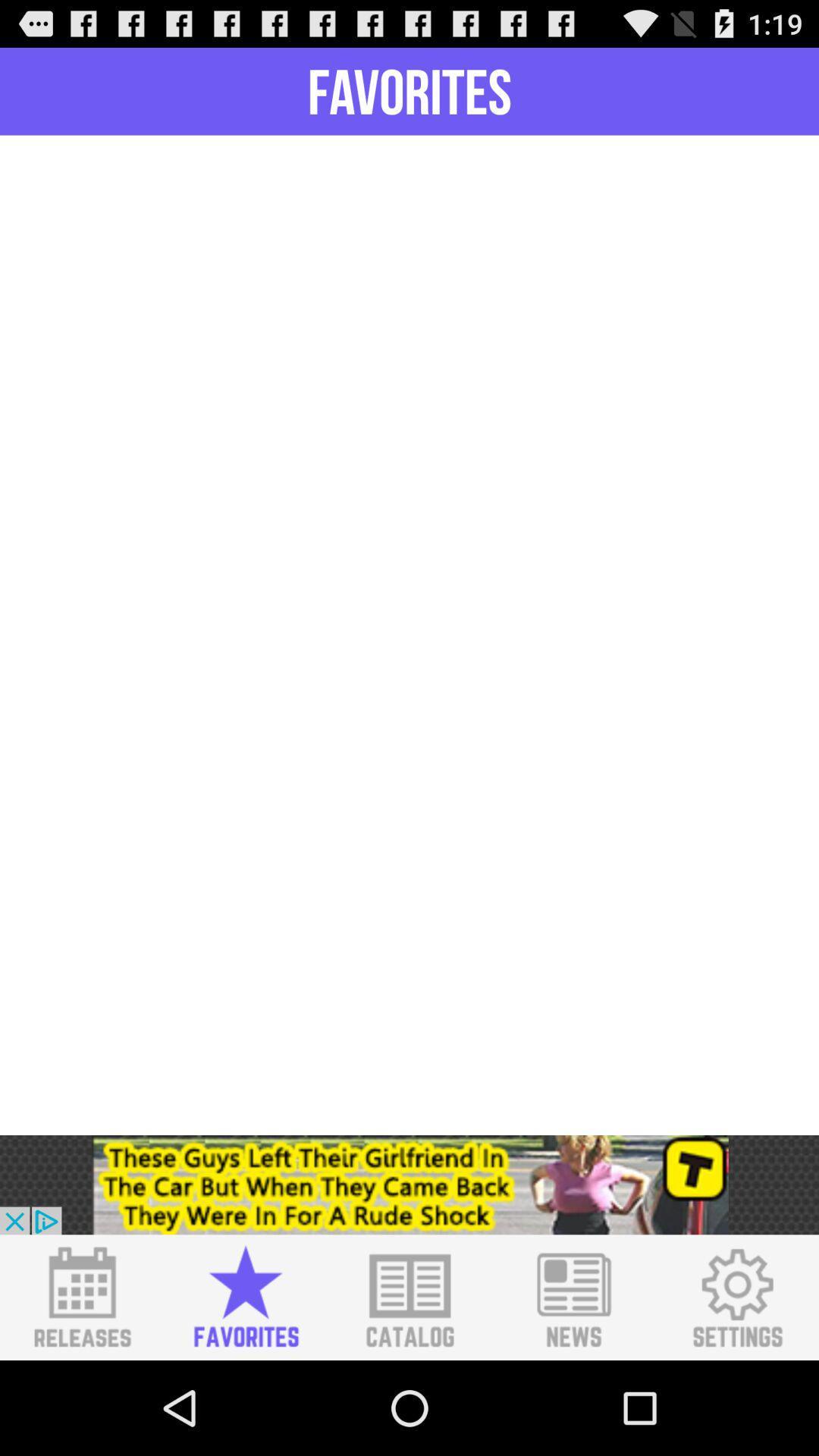 The height and width of the screenshot is (1456, 819). I want to click on the star icon, so click(245, 1389).